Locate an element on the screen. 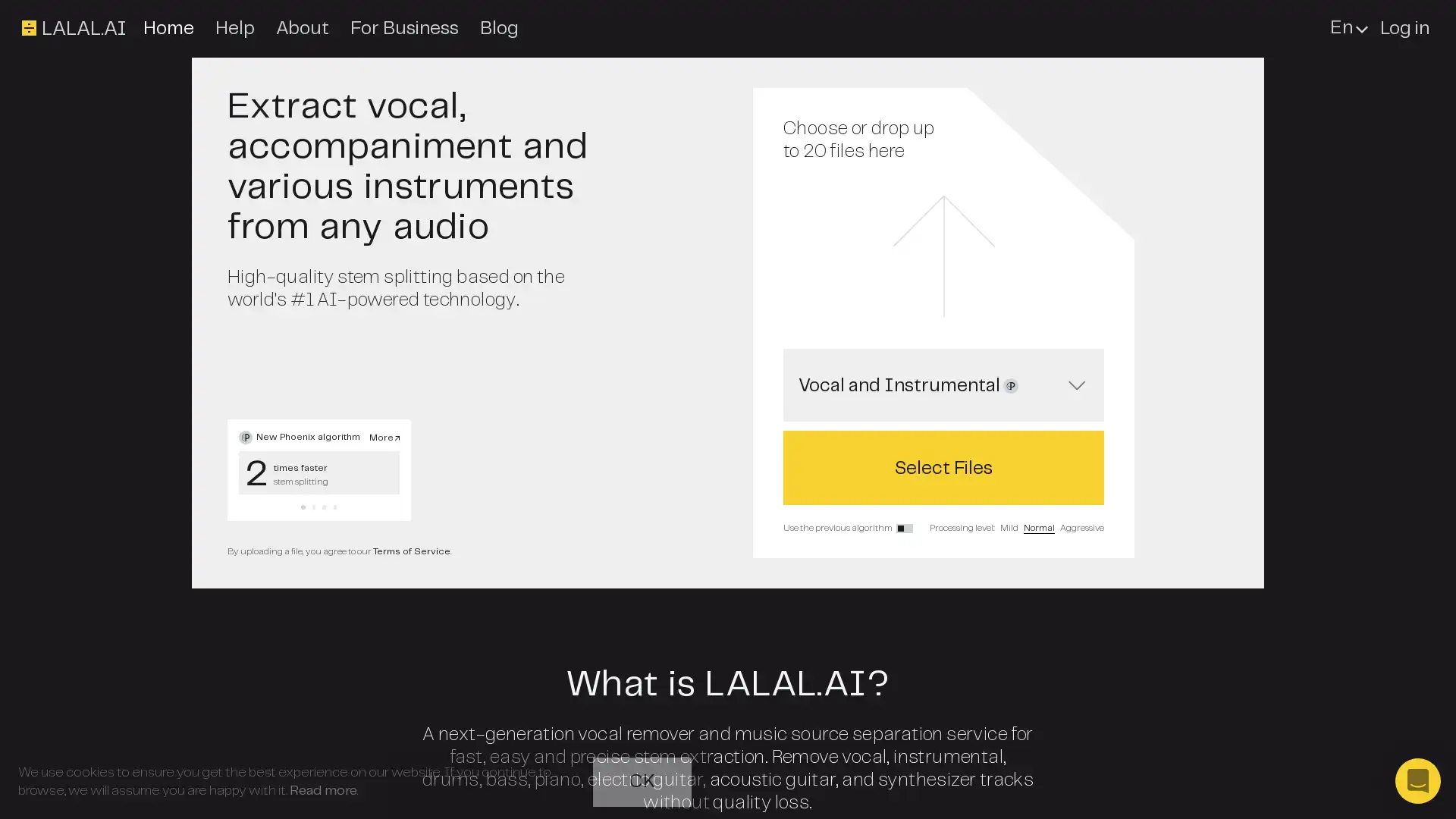 This screenshot has height=819, width=1456. Open Intercom Messenger is located at coordinates (1417, 780).